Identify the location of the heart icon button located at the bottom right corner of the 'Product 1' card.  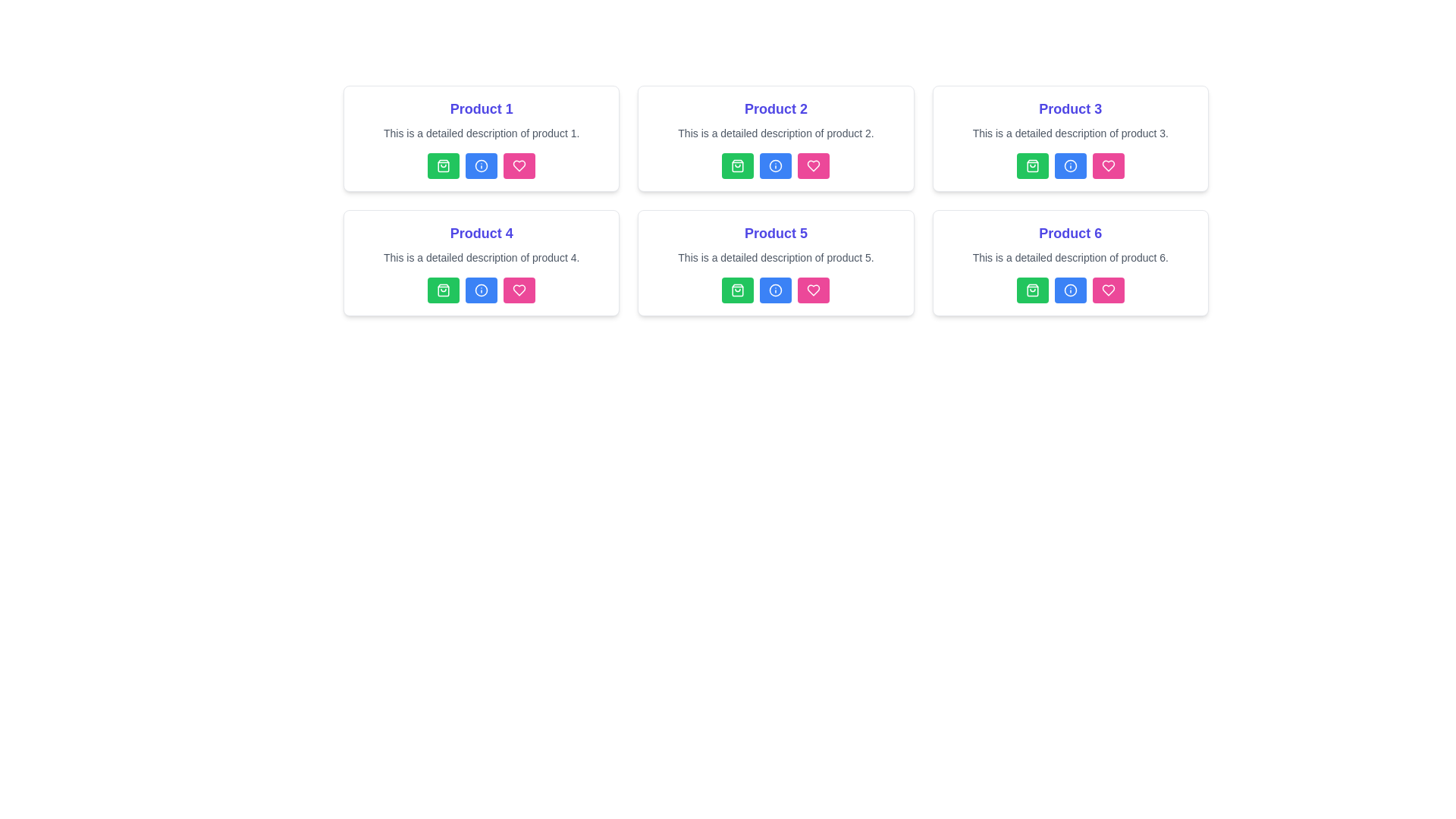
(519, 290).